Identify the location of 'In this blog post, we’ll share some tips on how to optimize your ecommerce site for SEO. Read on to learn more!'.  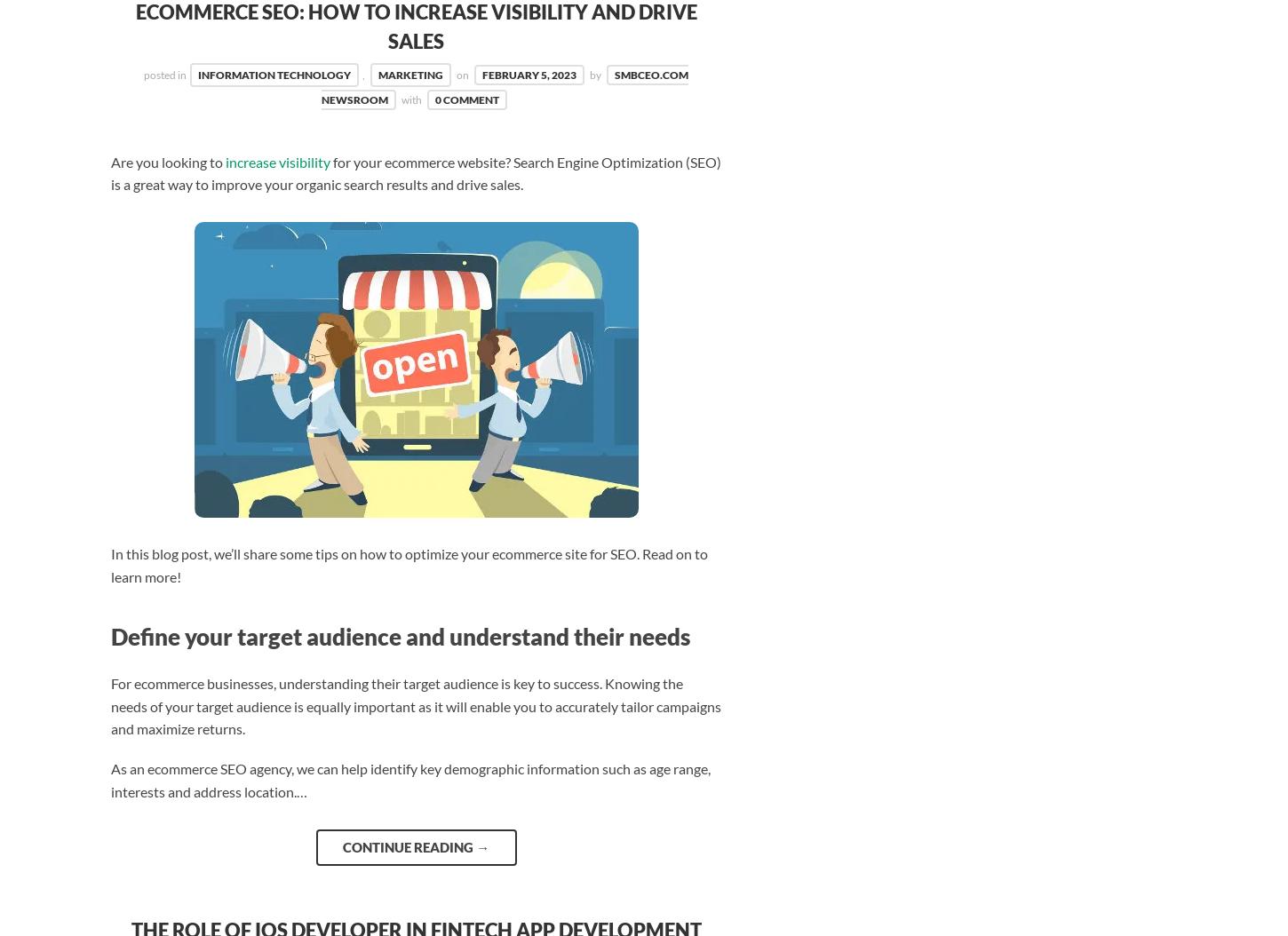
(408, 565).